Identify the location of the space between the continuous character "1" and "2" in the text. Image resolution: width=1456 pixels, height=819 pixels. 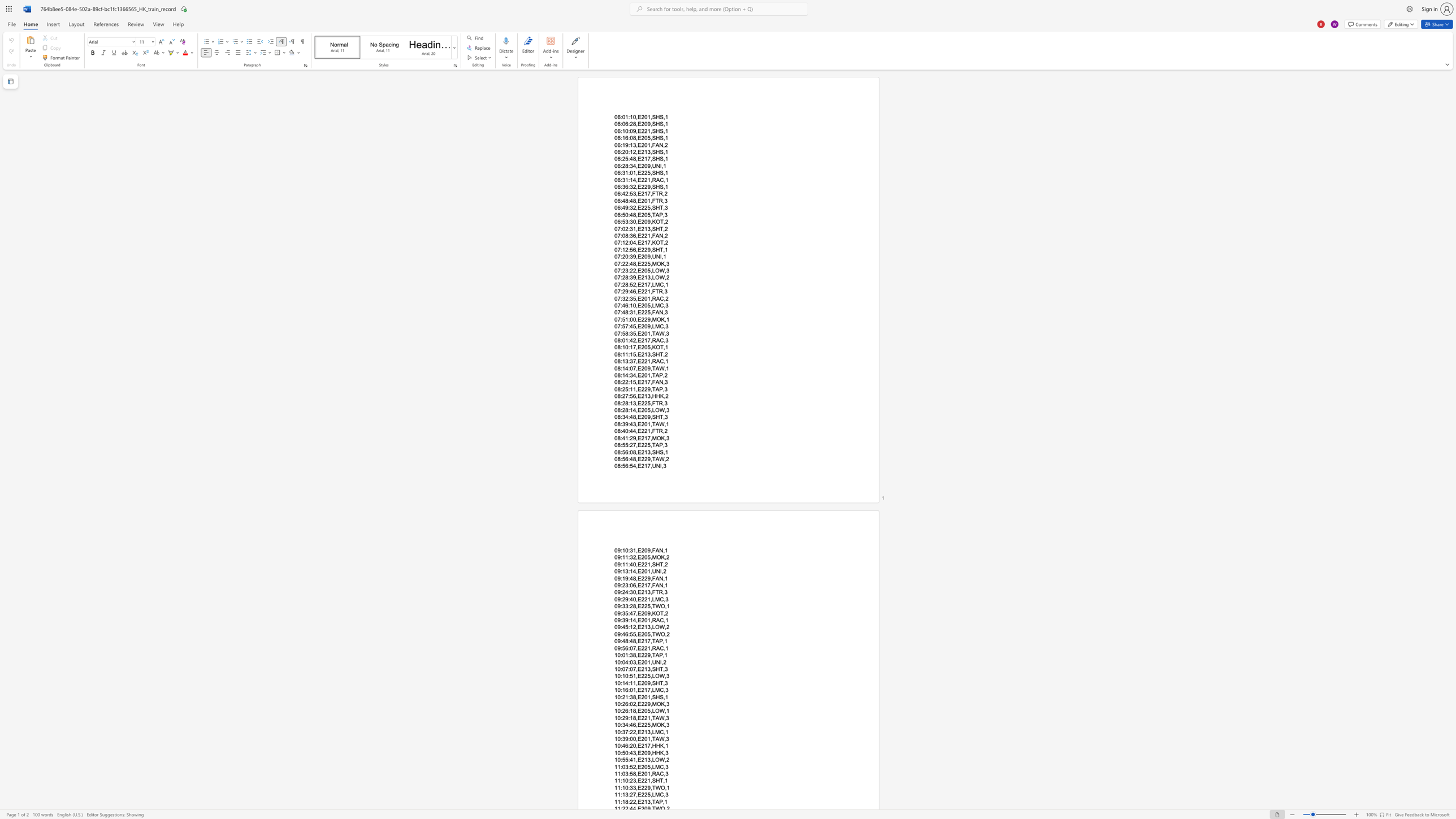
(632, 151).